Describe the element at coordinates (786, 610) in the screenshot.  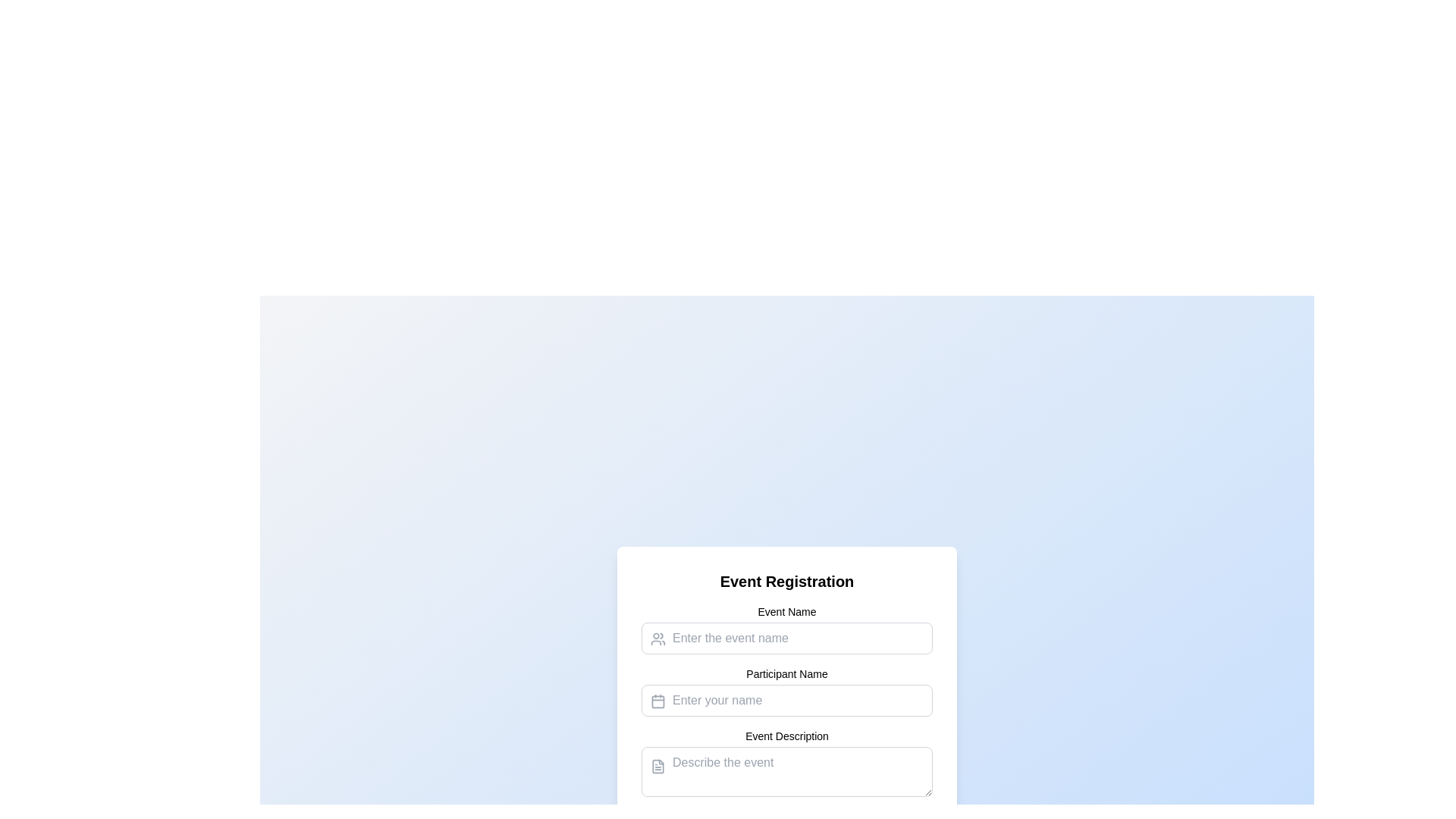
I see `text of the label that provides context for the associated input field for entering the event name, which is located directly above the input field` at that location.